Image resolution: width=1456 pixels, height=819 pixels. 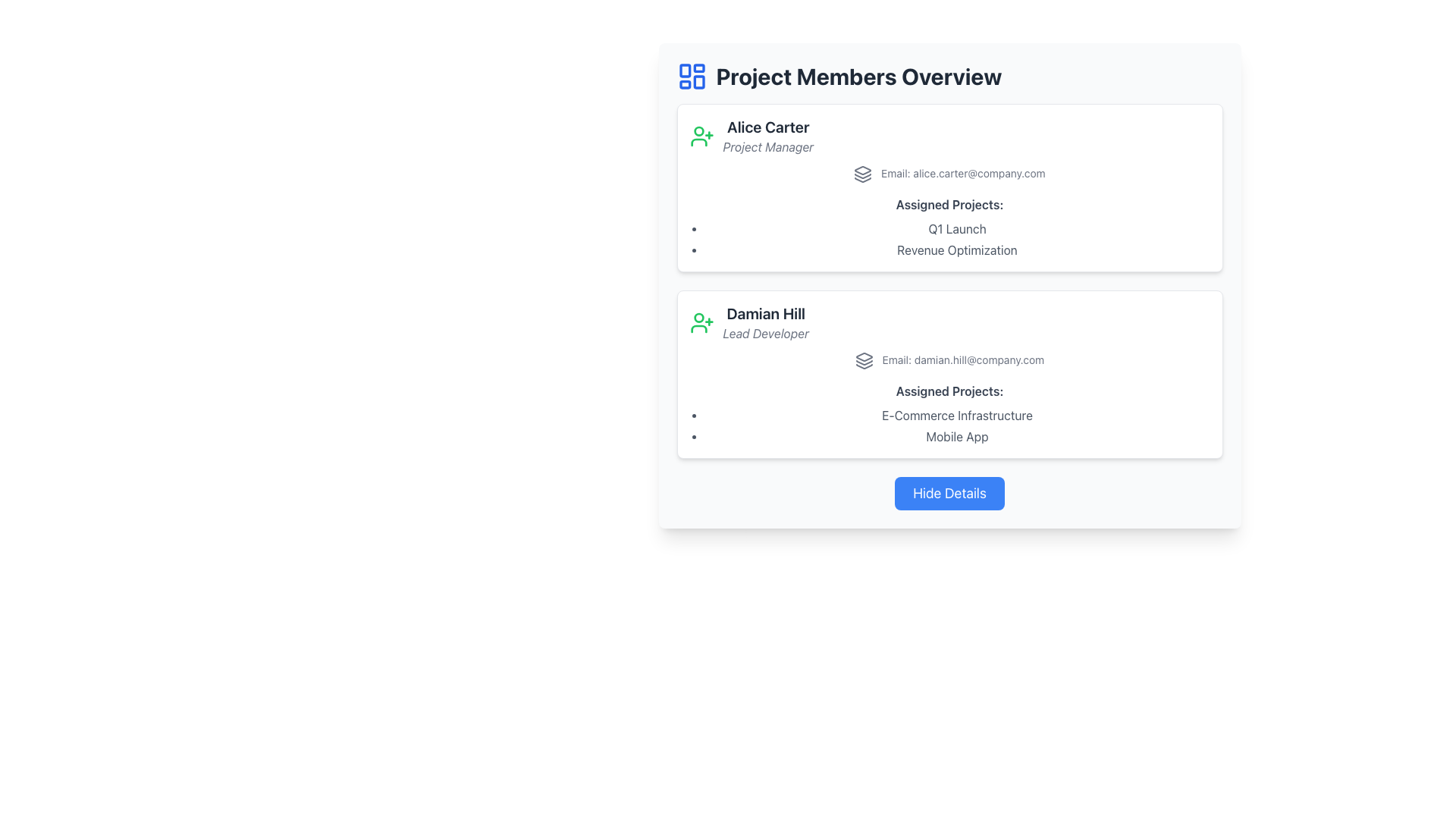 I want to click on to select the first project member's information card located in the 'Project Members Overview' section, so click(x=949, y=187).